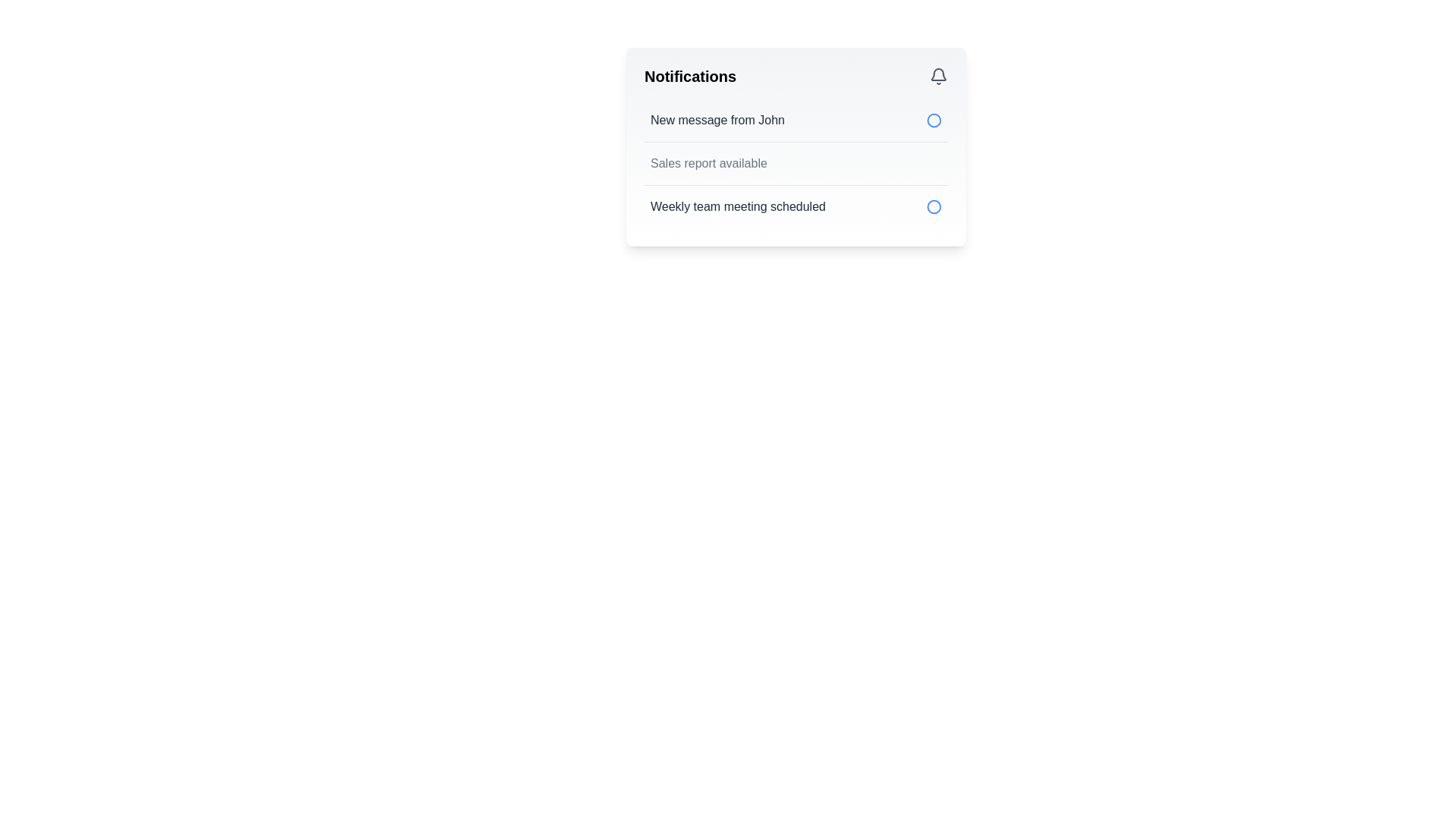  What do you see at coordinates (795, 164) in the screenshot?
I see `the second notification item in the list that informs about the availability of a sales report` at bounding box center [795, 164].